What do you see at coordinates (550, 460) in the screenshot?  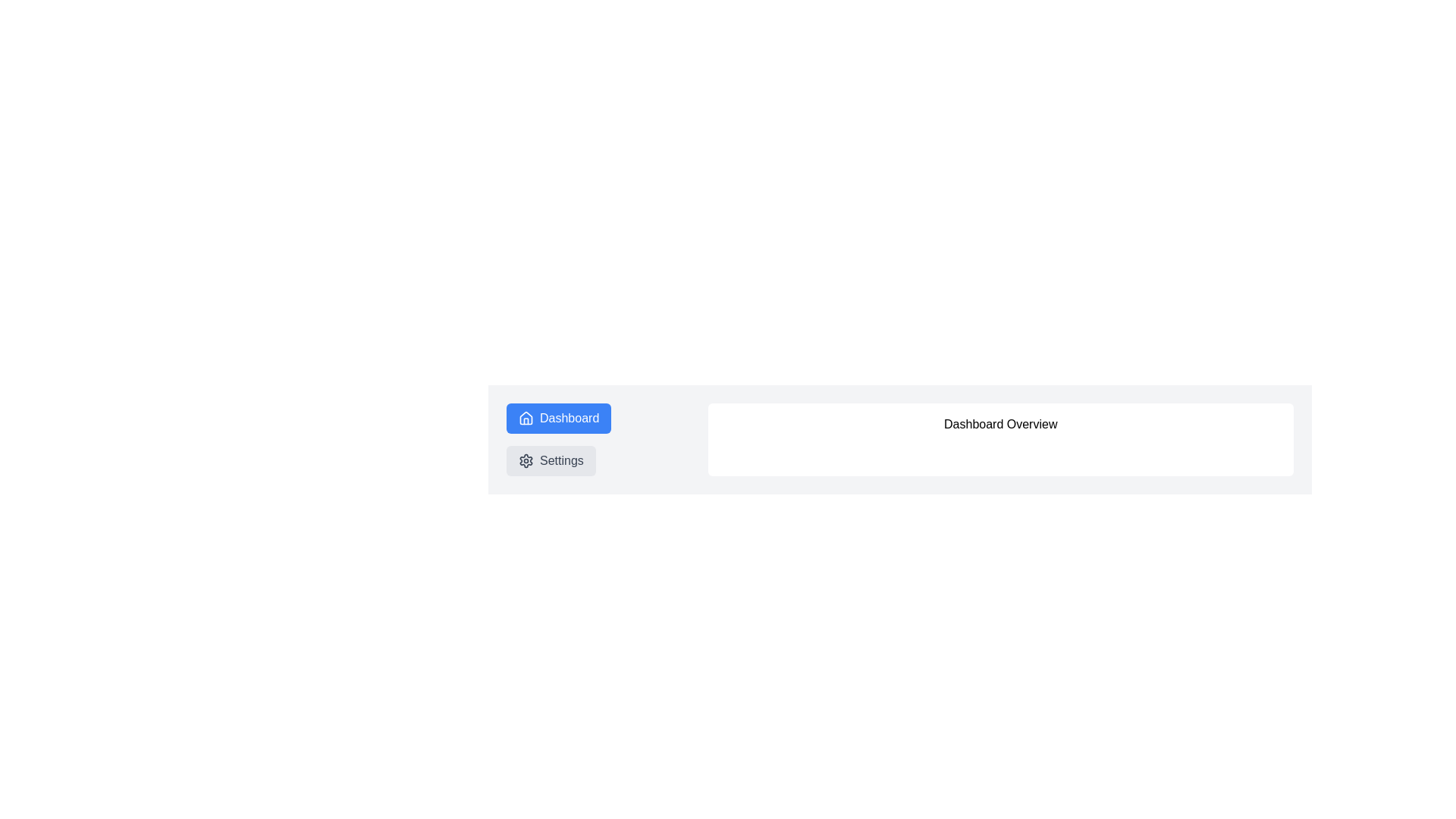 I see `the 'Settings' button` at bounding box center [550, 460].